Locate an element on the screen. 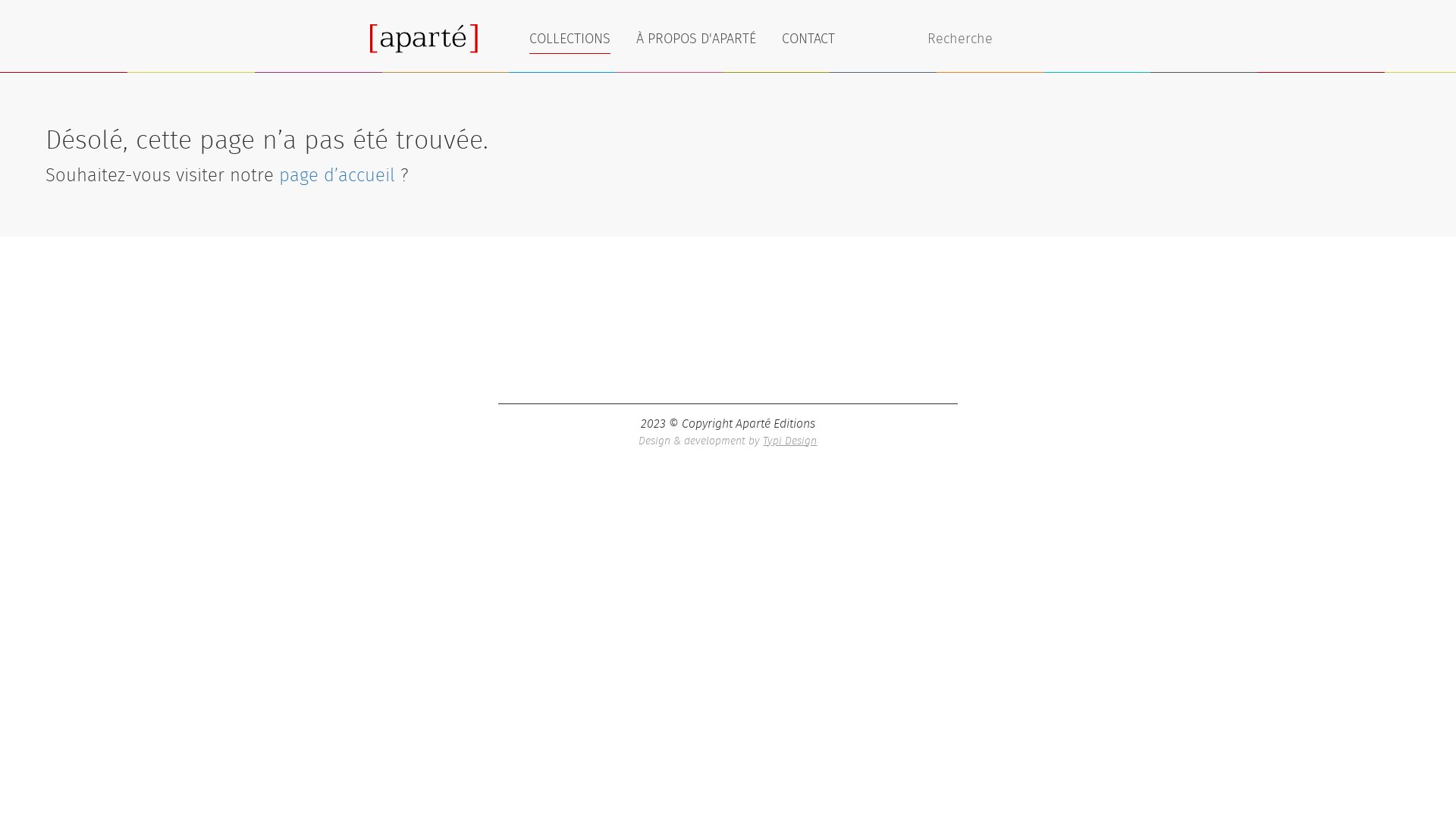 The image size is (1456, 819). 'COLLECTIONS' is located at coordinates (569, 36).